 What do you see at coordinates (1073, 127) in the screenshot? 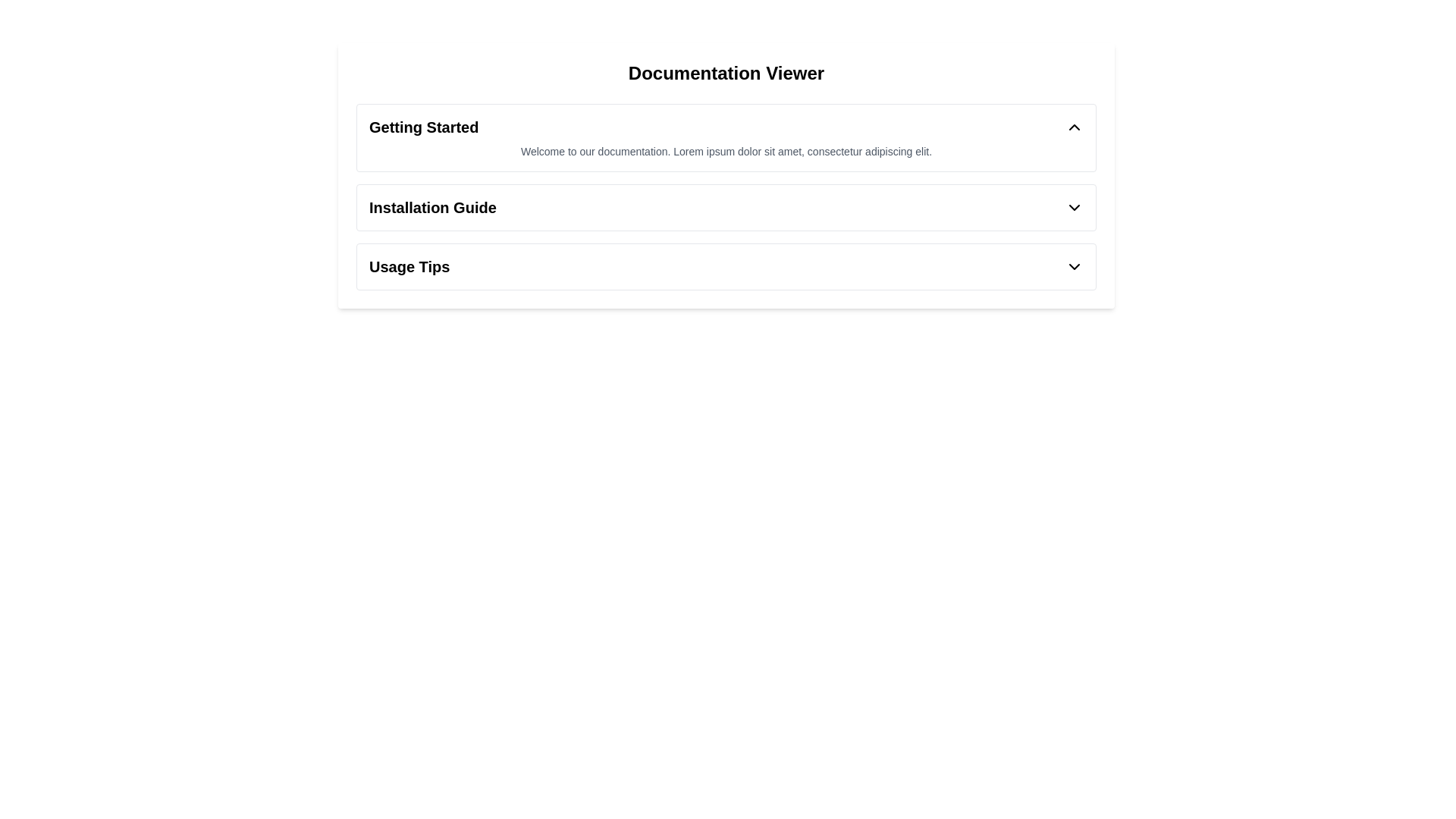
I see `the Chevron icon in the header of the 'Getting Started' accordion section` at bounding box center [1073, 127].